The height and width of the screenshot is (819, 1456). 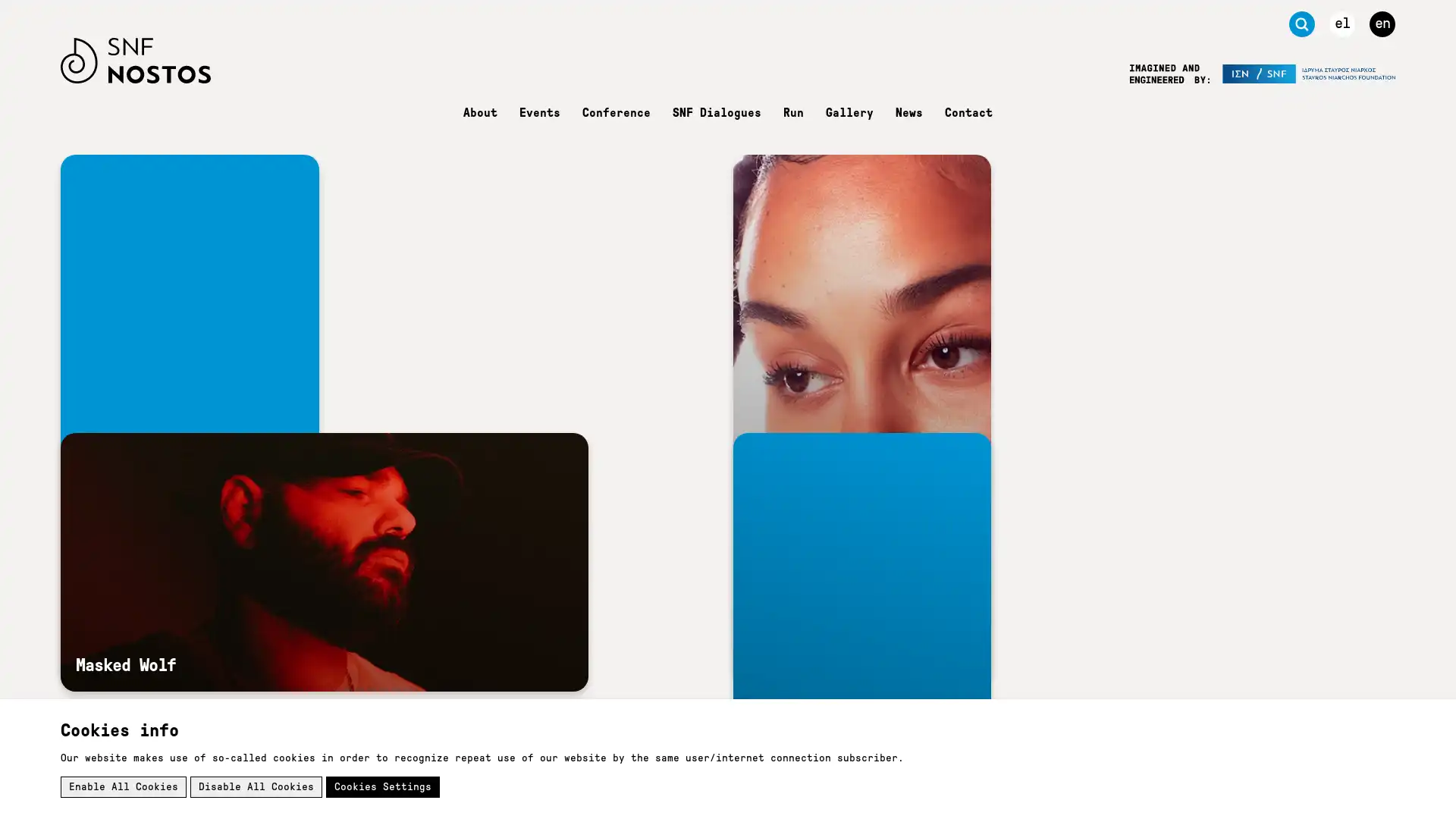 I want to click on Cookies Settings, so click(x=382, y=786).